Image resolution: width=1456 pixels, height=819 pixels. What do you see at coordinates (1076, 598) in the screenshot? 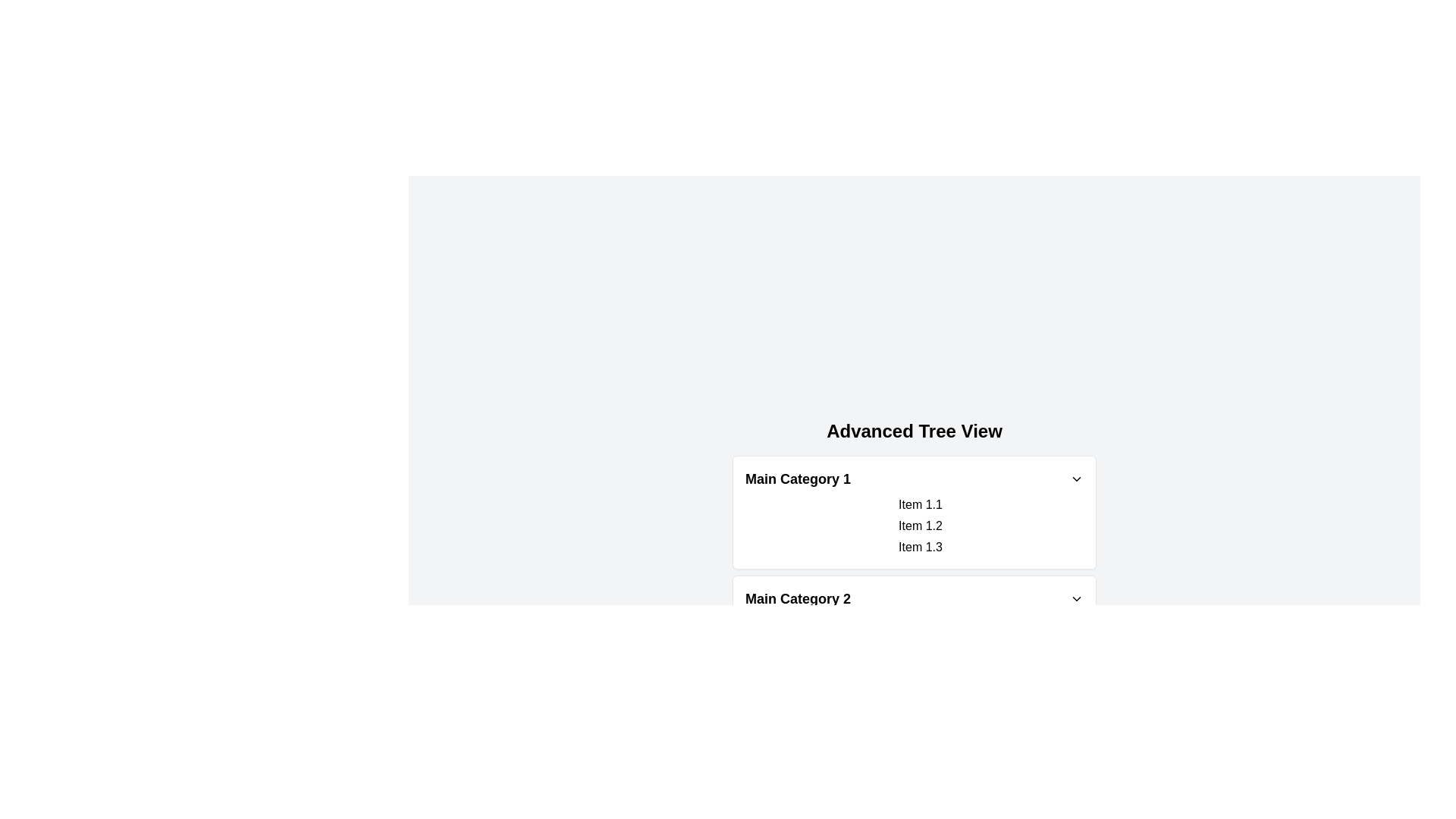
I see `the downward-pointing chevron icon associated with 'Main Category 2' for tooltip or visual feedback` at bounding box center [1076, 598].